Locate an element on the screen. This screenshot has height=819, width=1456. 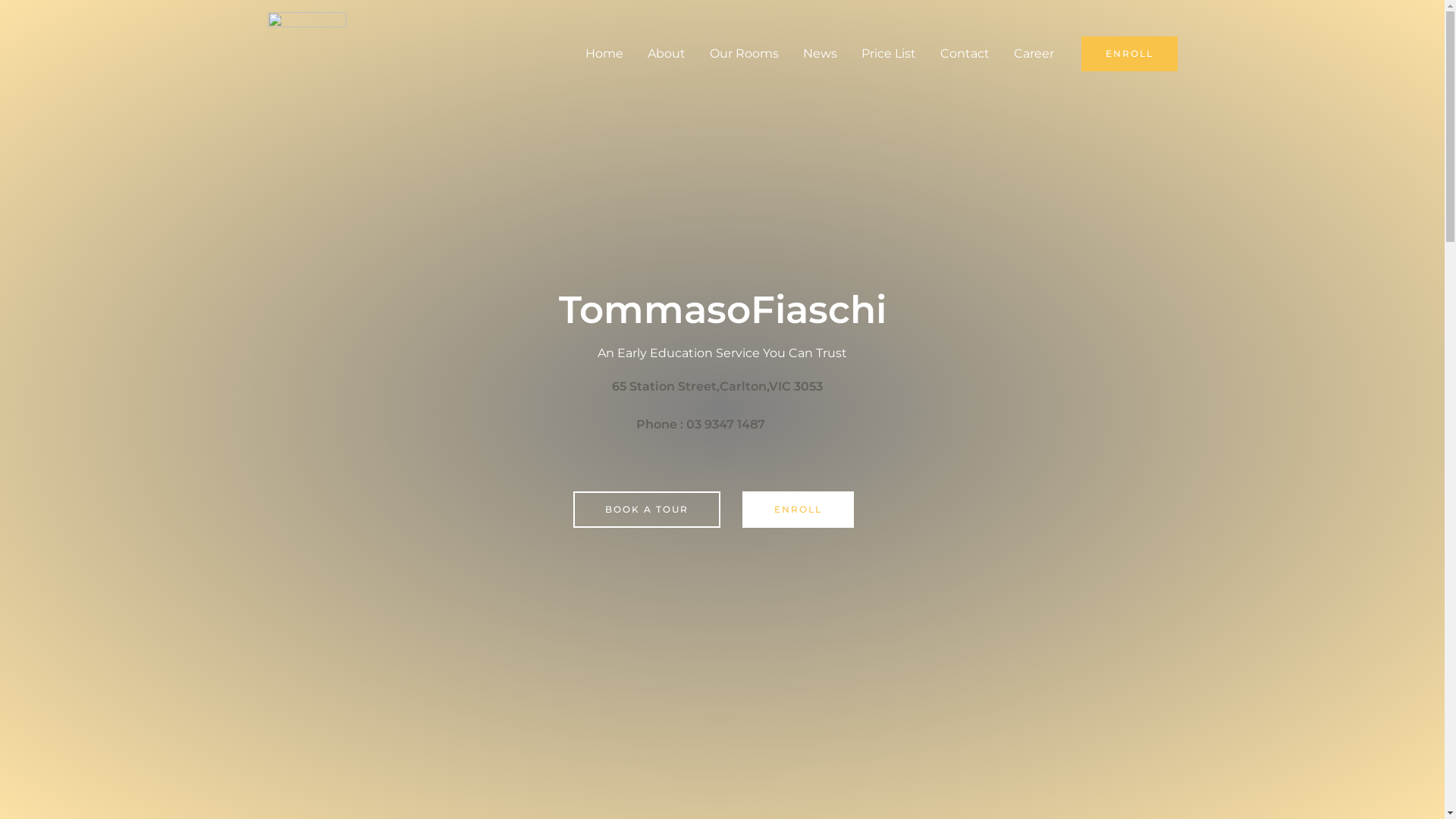
'Price List' is located at coordinates (888, 52).